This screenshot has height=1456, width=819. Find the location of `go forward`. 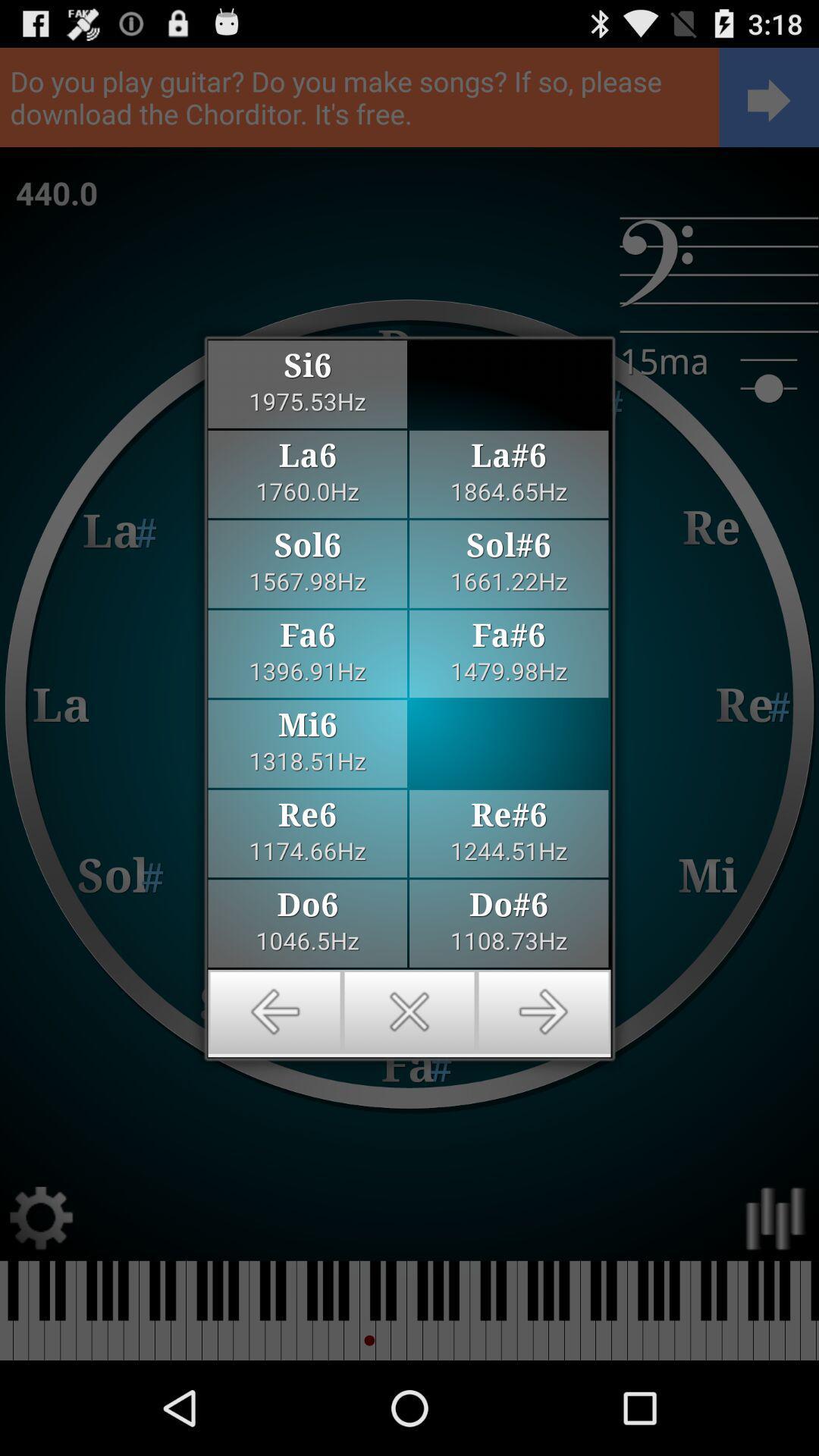

go forward is located at coordinates (543, 1012).